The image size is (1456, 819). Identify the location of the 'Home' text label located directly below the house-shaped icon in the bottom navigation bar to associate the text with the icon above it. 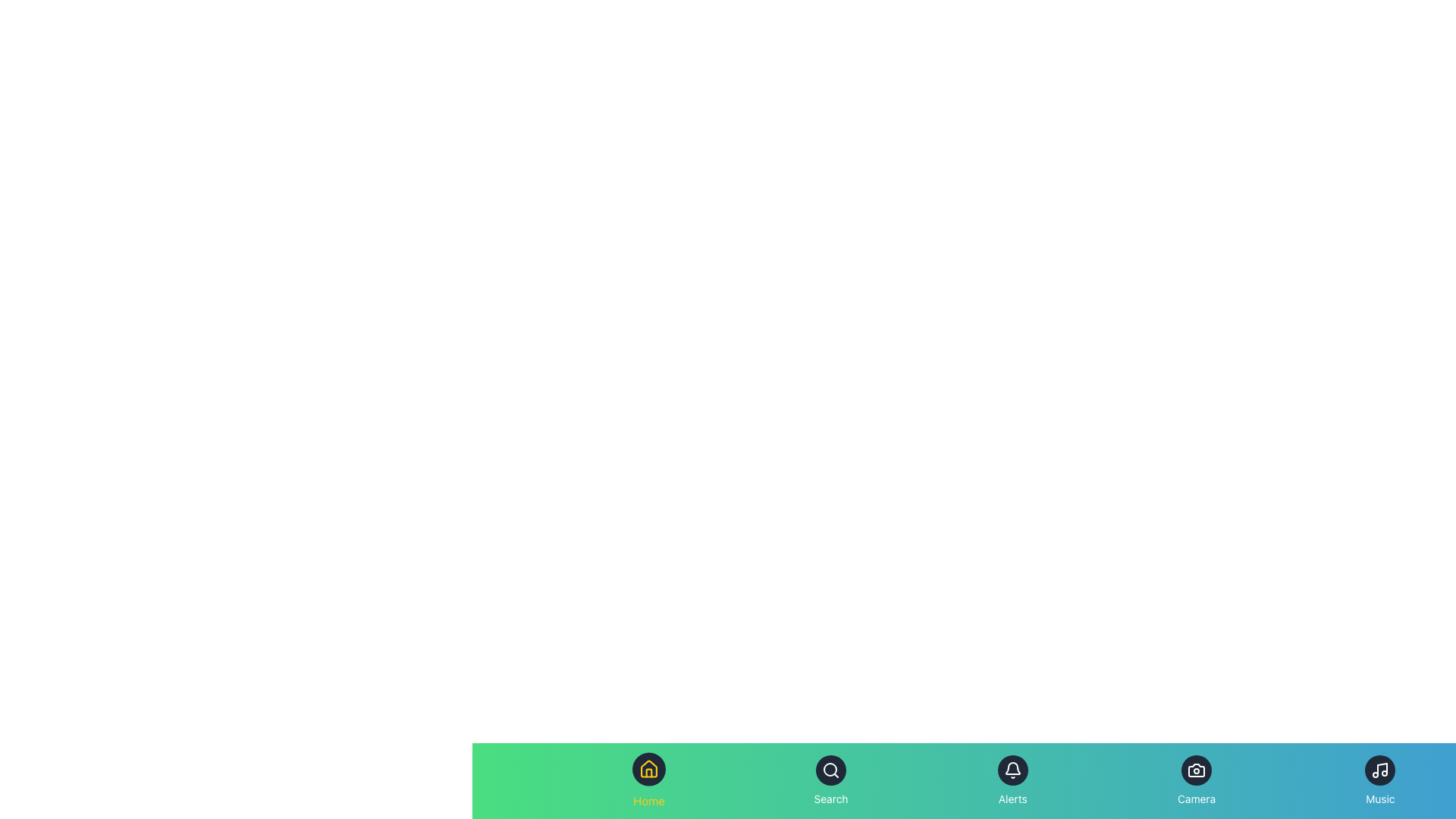
(648, 800).